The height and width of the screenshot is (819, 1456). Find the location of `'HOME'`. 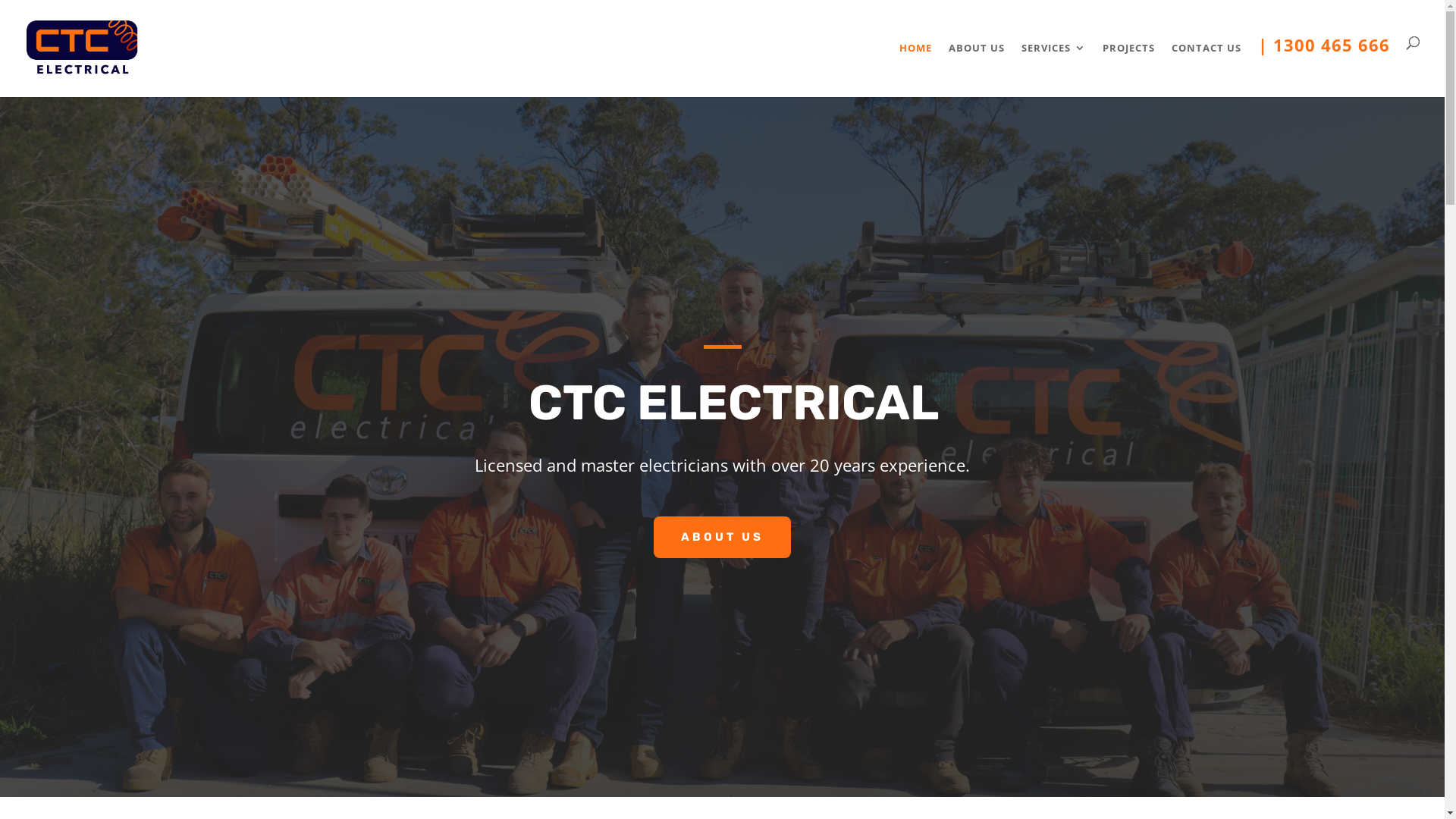

'HOME' is located at coordinates (915, 65).